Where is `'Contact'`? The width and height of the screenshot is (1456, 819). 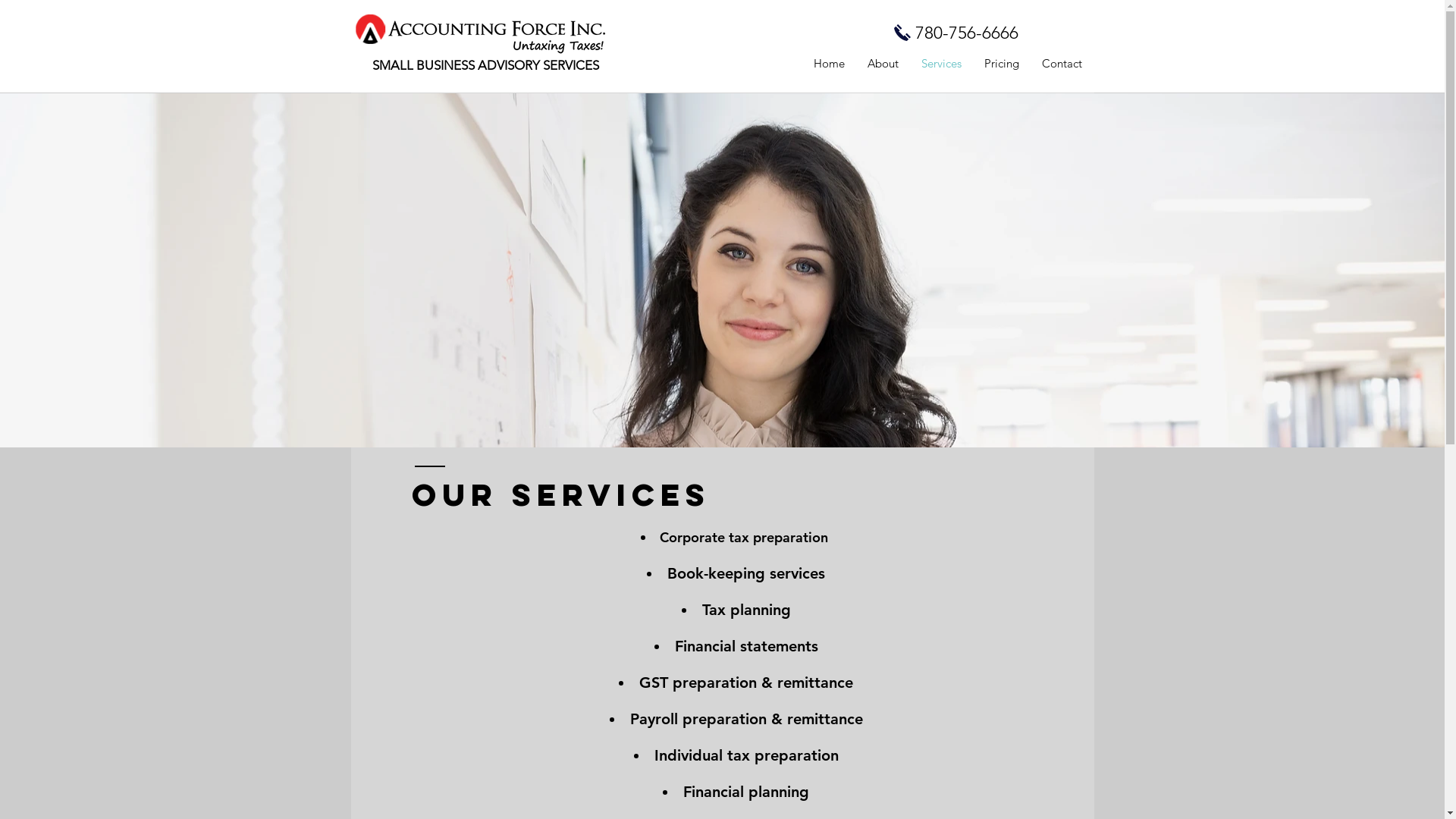
'Contact' is located at coordinates (1060, 63).